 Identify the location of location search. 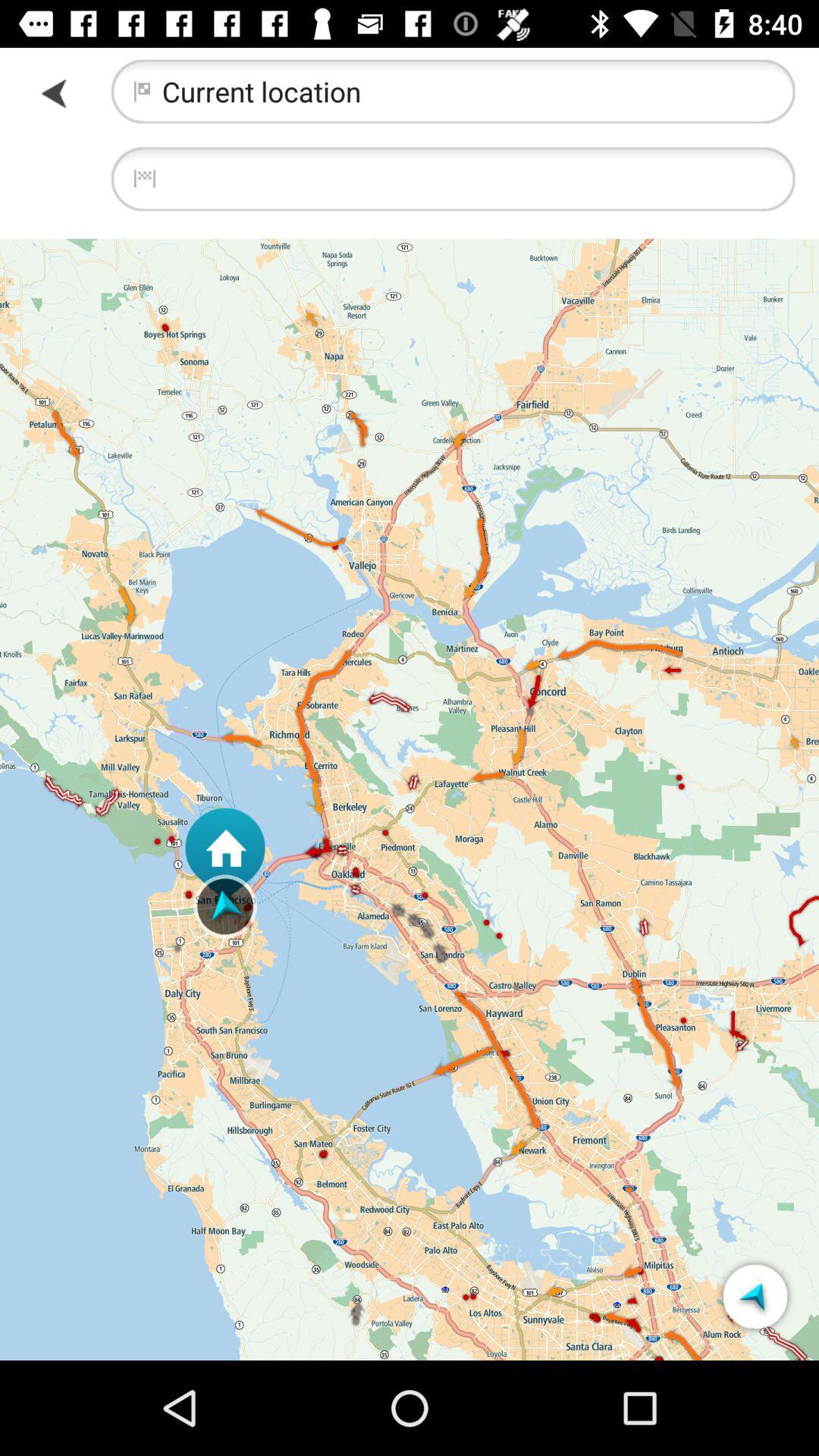
(452, 179).